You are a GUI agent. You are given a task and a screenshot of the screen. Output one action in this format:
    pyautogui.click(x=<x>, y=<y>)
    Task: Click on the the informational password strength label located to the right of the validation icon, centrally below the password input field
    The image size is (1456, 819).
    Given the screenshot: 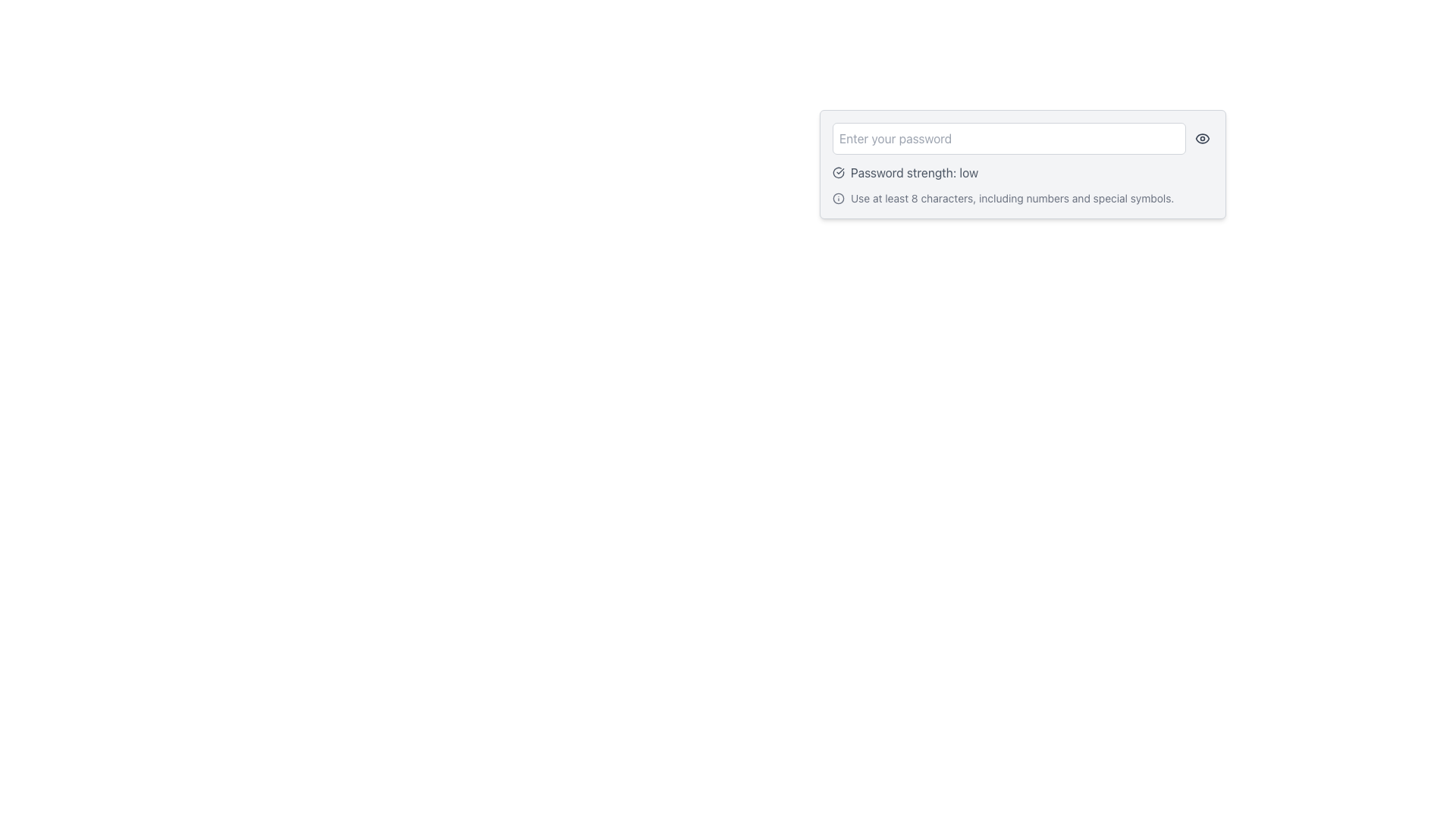 What is the action you would take?
    pyautogui.click(x=914, y=171)
    